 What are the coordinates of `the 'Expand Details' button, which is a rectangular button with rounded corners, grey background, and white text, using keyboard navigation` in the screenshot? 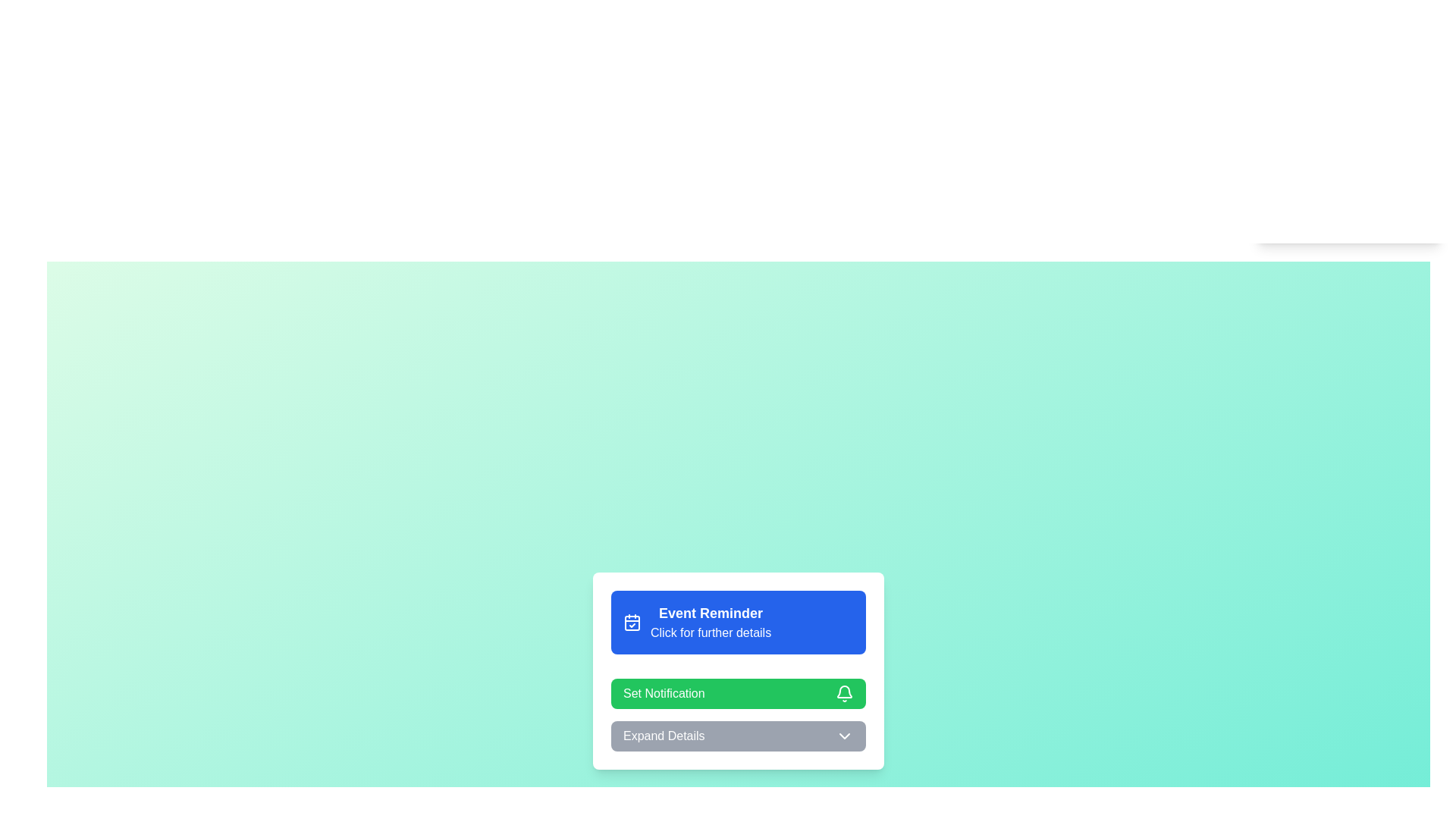 It's located at (739, 736).